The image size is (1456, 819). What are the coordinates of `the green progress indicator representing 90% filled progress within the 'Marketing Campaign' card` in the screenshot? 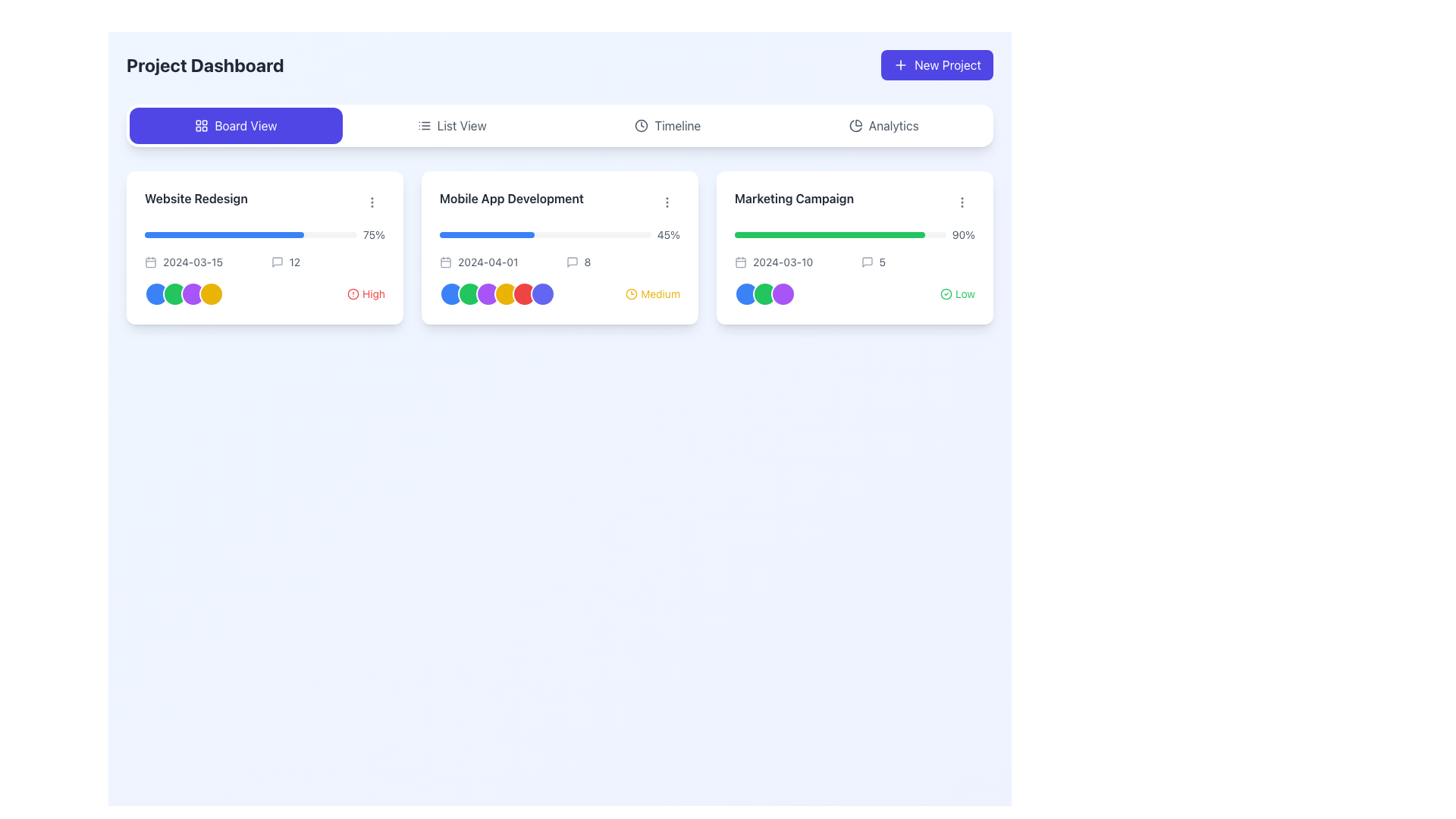 It's located at (829, 234).